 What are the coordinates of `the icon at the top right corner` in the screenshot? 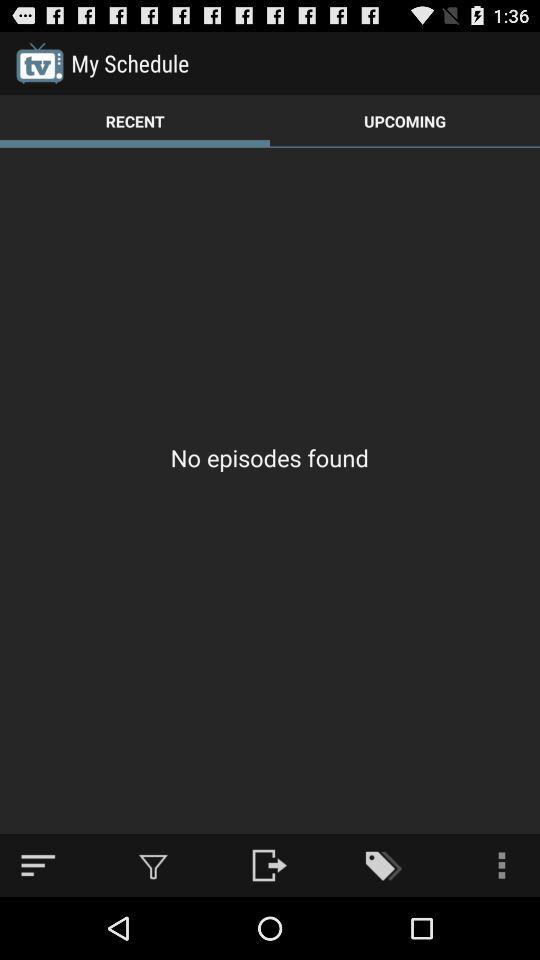 It's located at (405, 120).